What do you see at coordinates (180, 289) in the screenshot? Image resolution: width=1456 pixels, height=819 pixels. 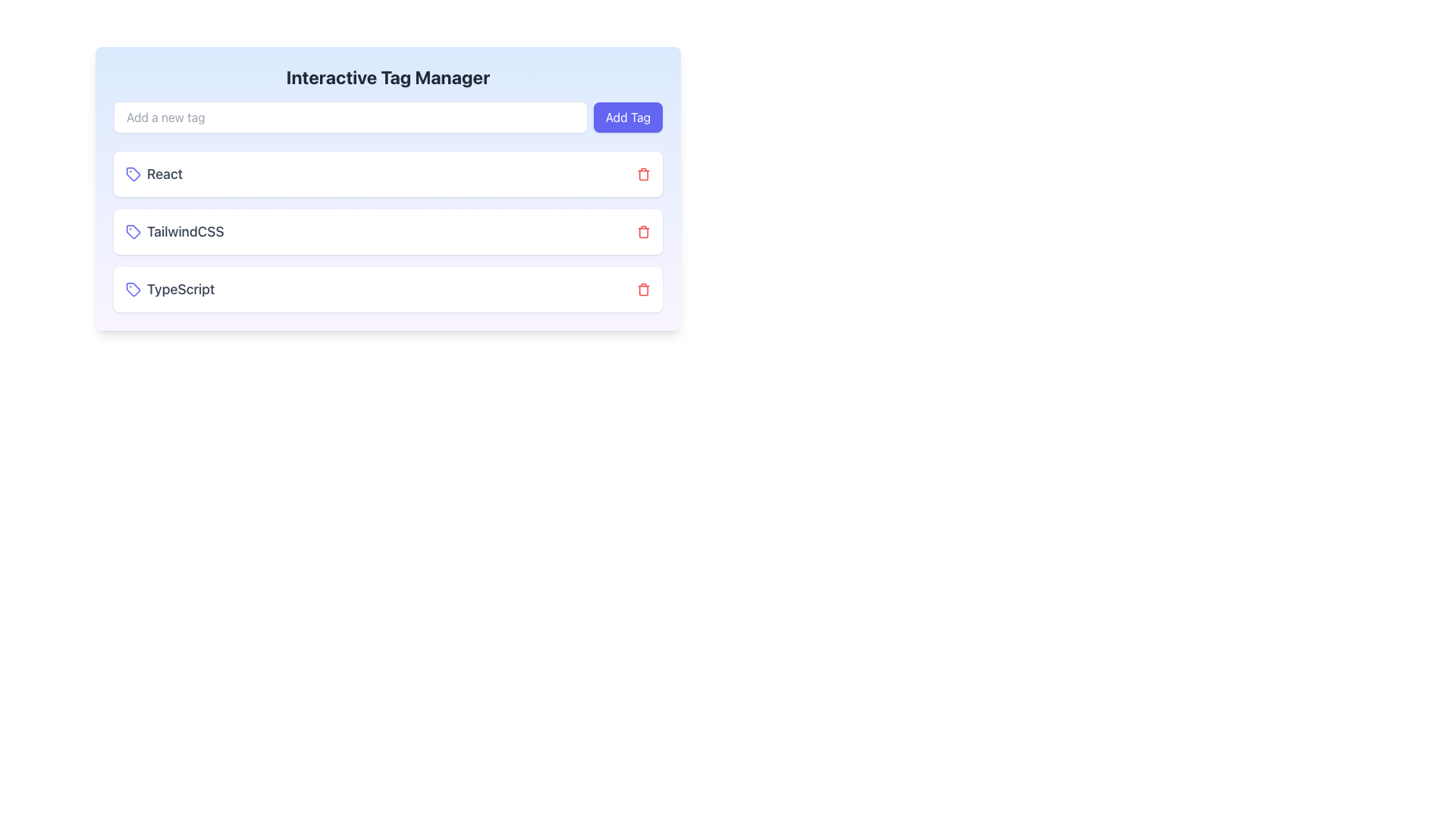 I see `the 'TypeScript' text label located at the bottom of the list` at bounding box center [180, 289].